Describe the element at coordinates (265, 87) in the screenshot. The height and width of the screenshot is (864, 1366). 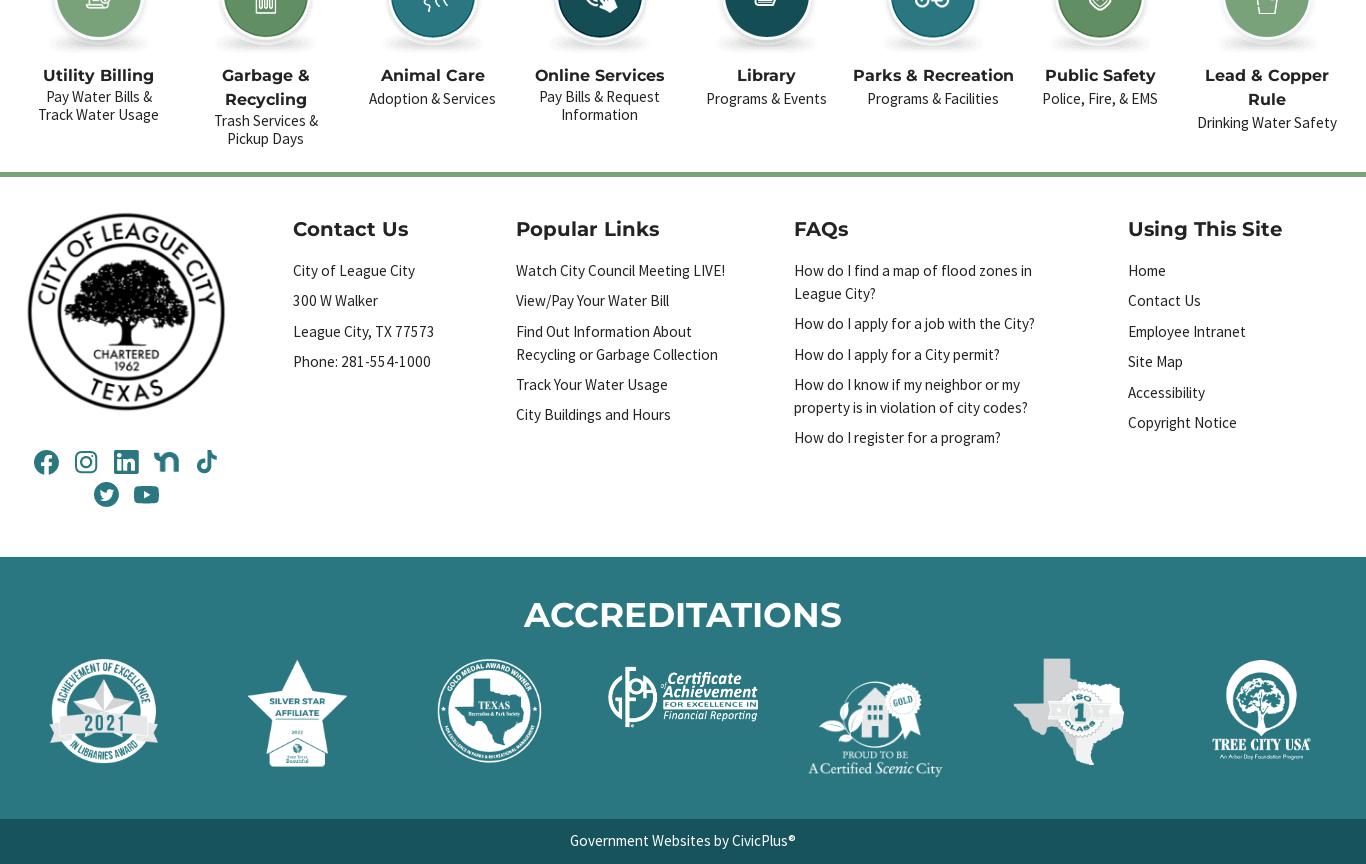
I see `'Garbage & Recycling'` at that location.